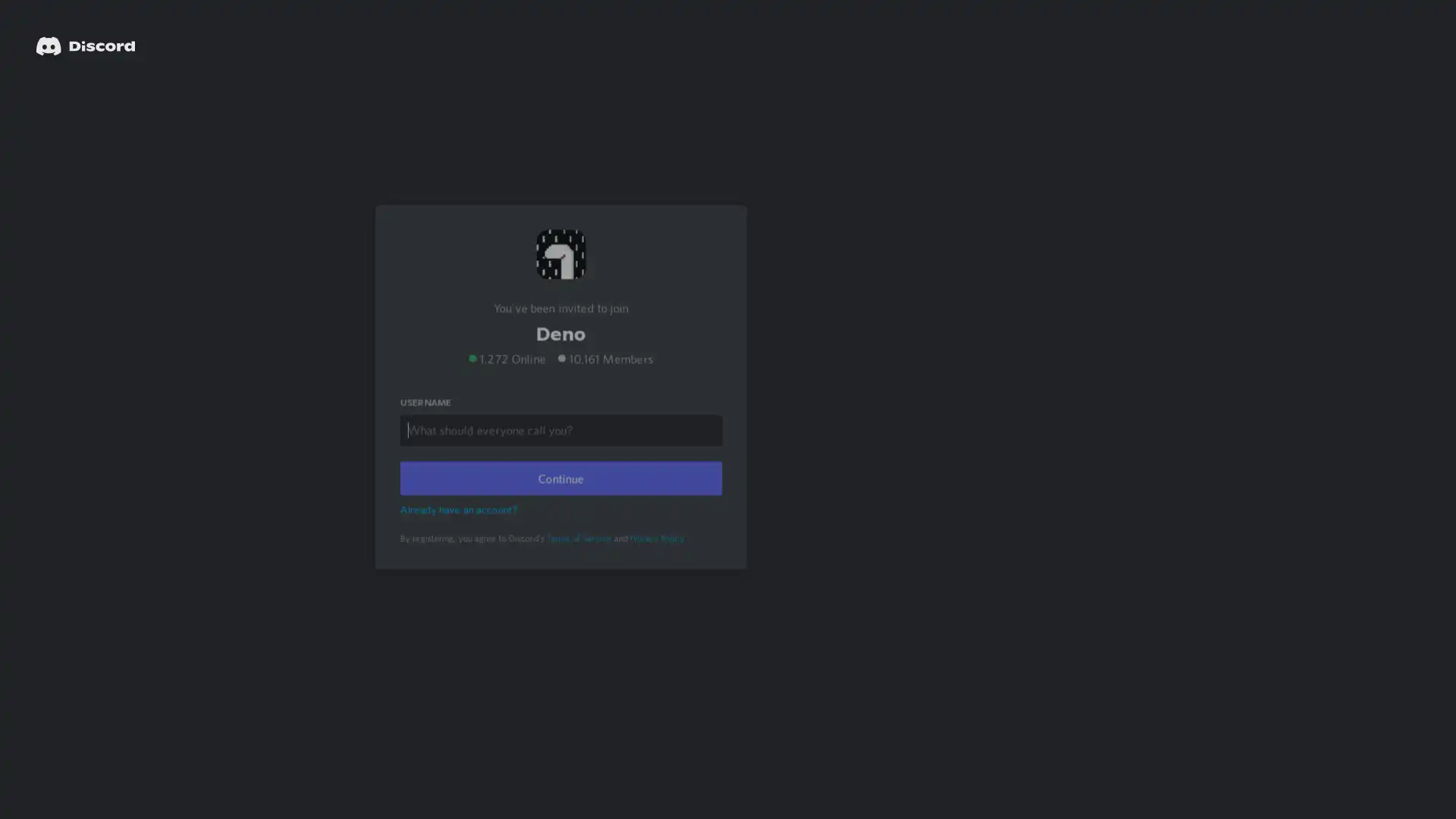 This screenshot has width=1456, height=819. What do you see at coordinates (460, 528) in the screenshot?
I see `Already have an account?` at bounding box center [460, 528].